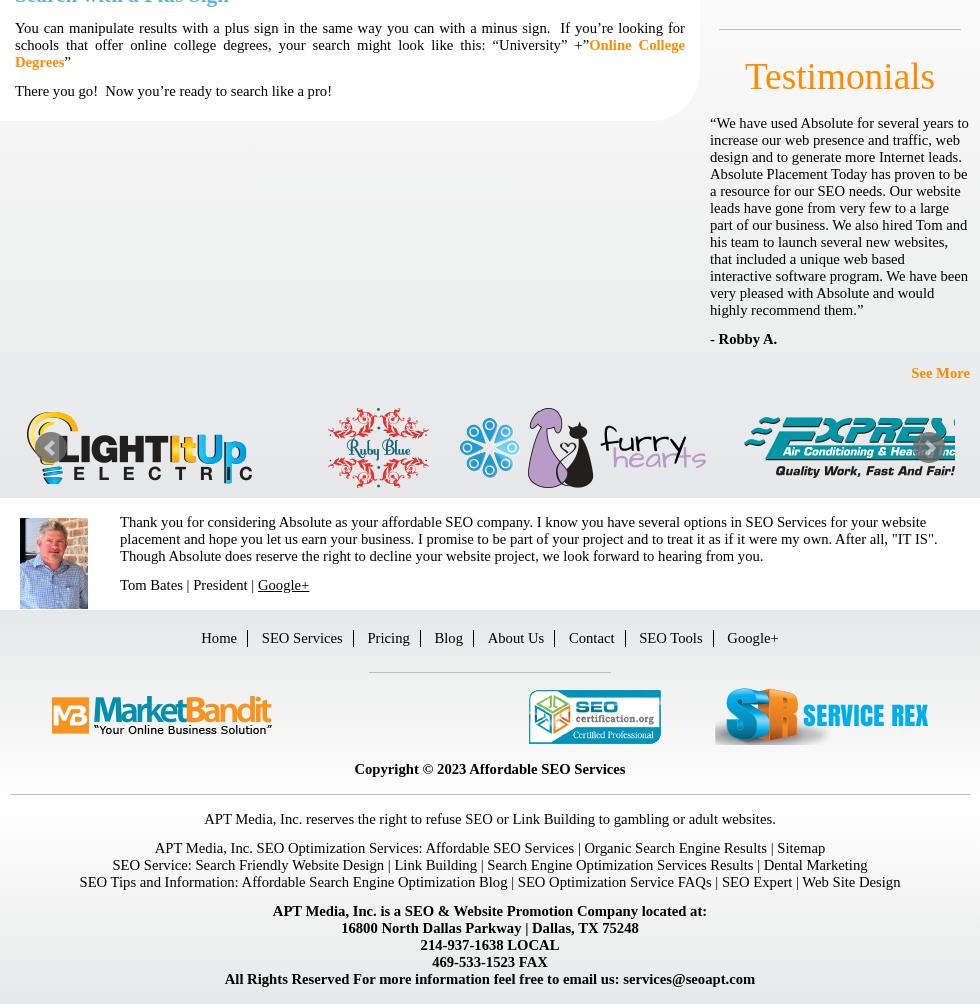 Image resolution: width=980 pixels, height=1004 pixels. I want to click on 'Testimonials', so click(839, 76).